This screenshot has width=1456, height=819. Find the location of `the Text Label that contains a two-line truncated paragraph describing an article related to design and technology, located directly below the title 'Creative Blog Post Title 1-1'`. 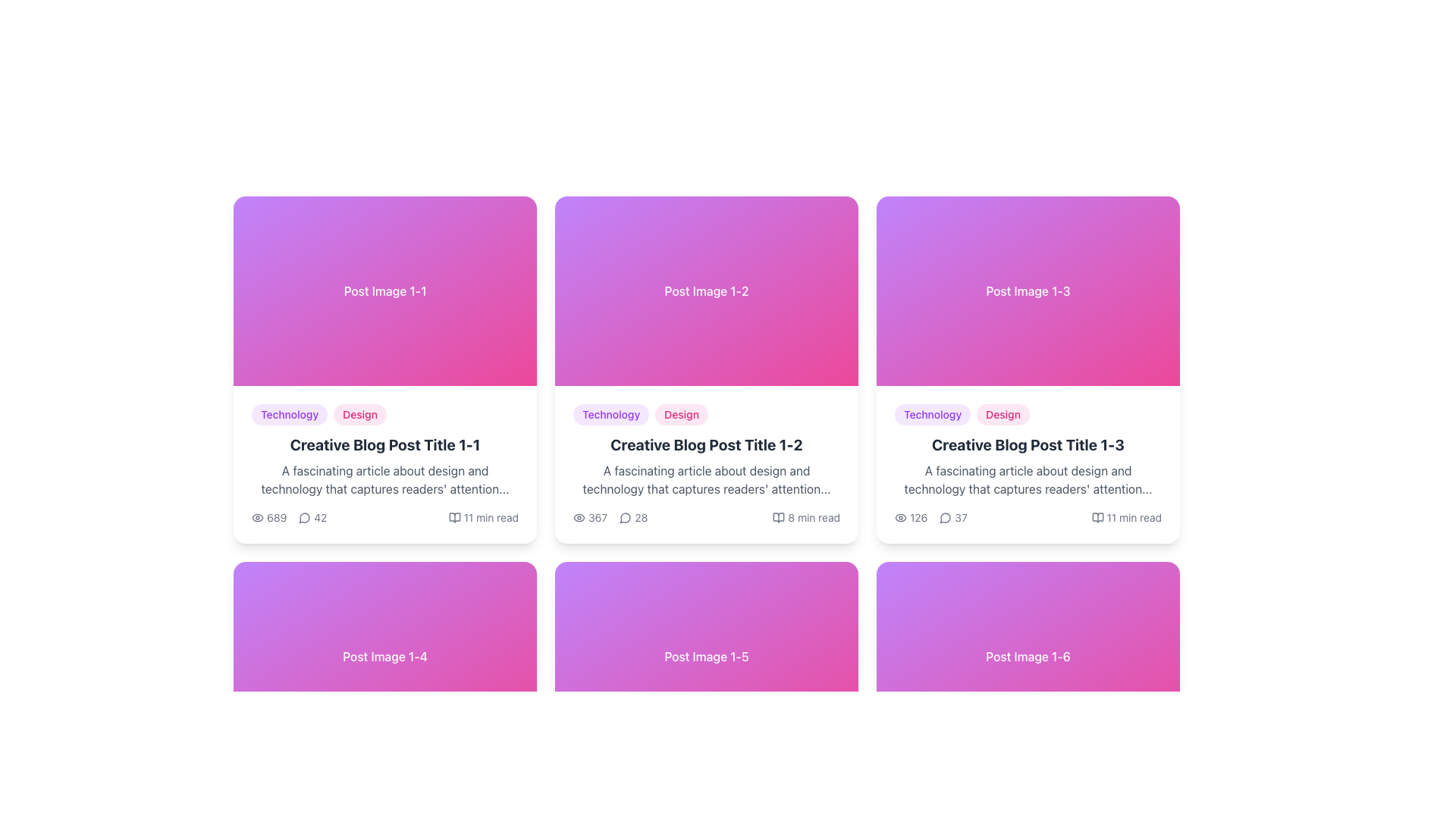

the Text Label that contains a two-line truncated paragraph describing an article related to design and technology, located directly below the title 'Creative Blog Post Title 1-1' is located at coordinates (385, 479).